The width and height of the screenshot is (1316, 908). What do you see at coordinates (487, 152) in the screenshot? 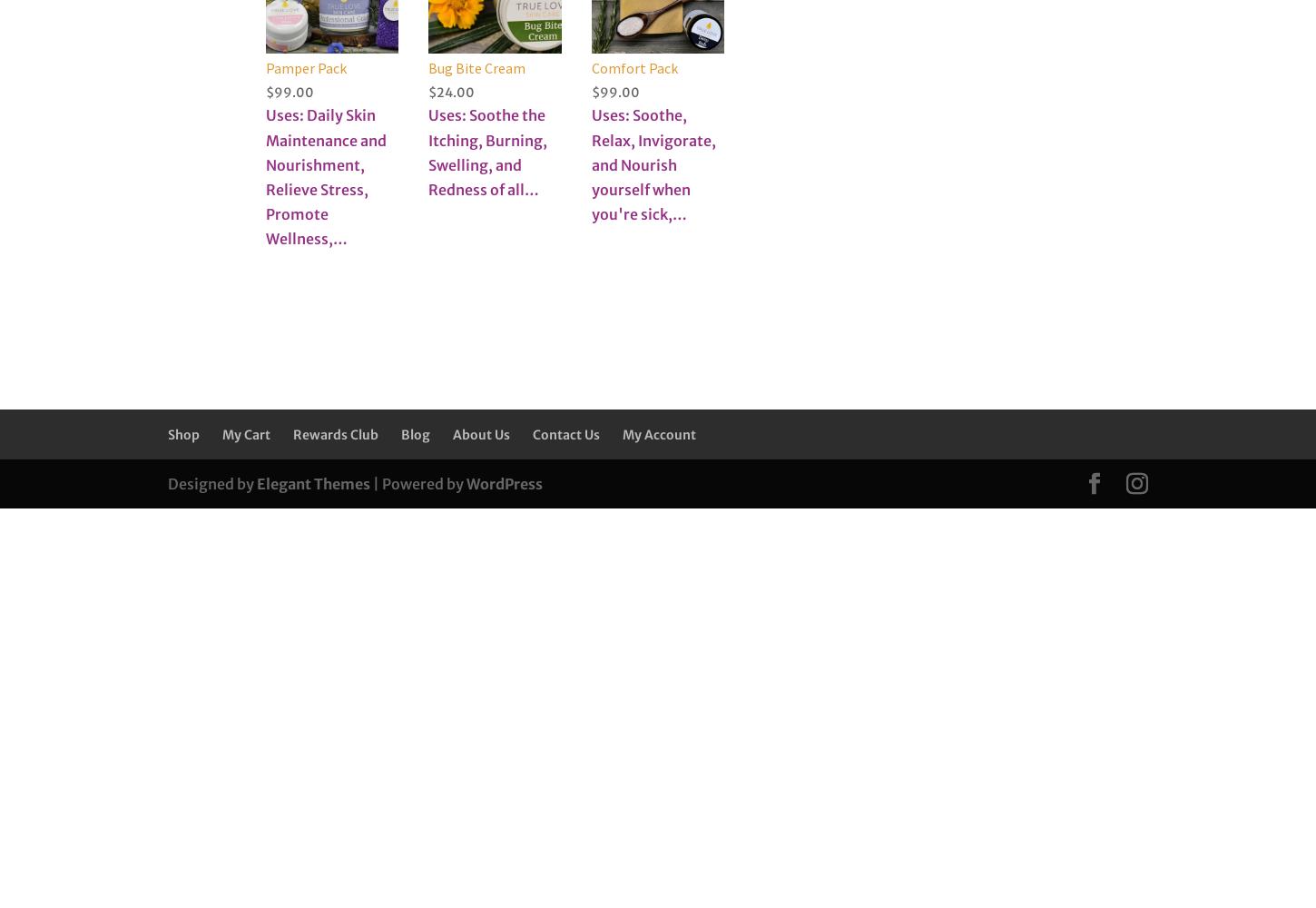
I see `'Uses: Soothe the Itching, Burning, Swelling, and Redness of all…'` at bounding box center [487, 152].